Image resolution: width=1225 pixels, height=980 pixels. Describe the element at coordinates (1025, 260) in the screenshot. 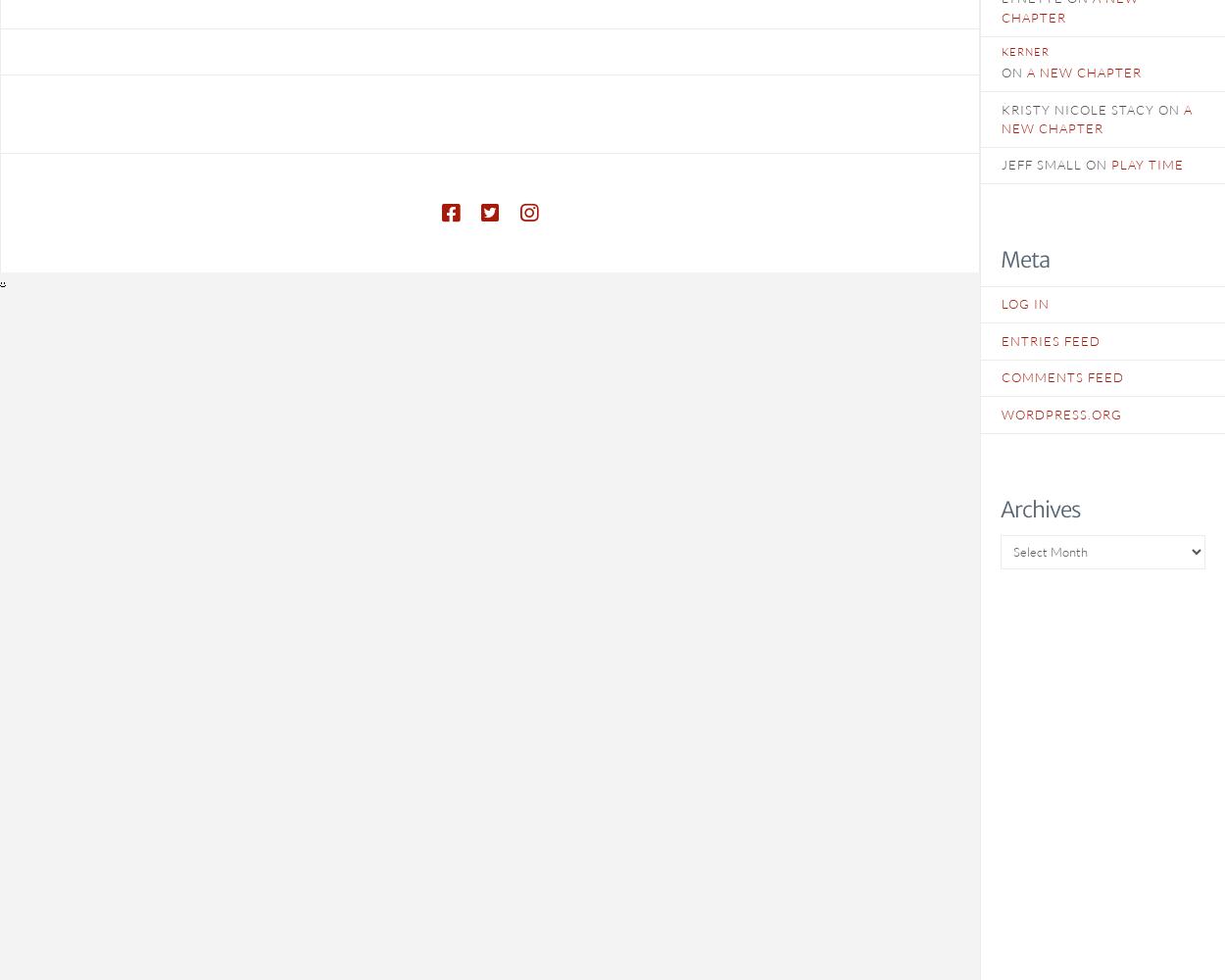

I see `'Meta'` at that location.